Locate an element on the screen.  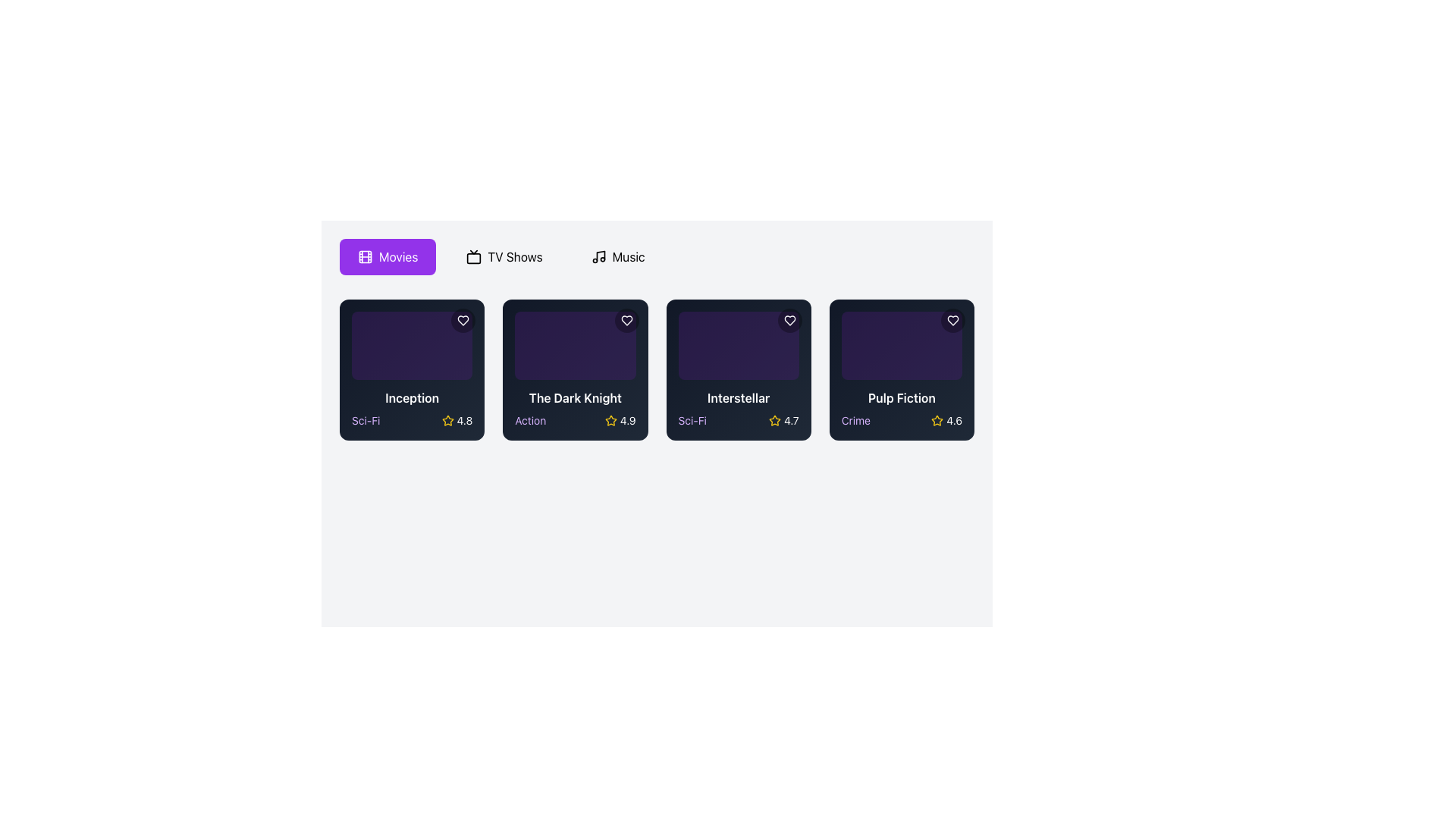
the film roll icon located to the left of the 'Movies' text label, which is set against a purple background in the upper-left section of the interface is located at coordinates (365, 256).